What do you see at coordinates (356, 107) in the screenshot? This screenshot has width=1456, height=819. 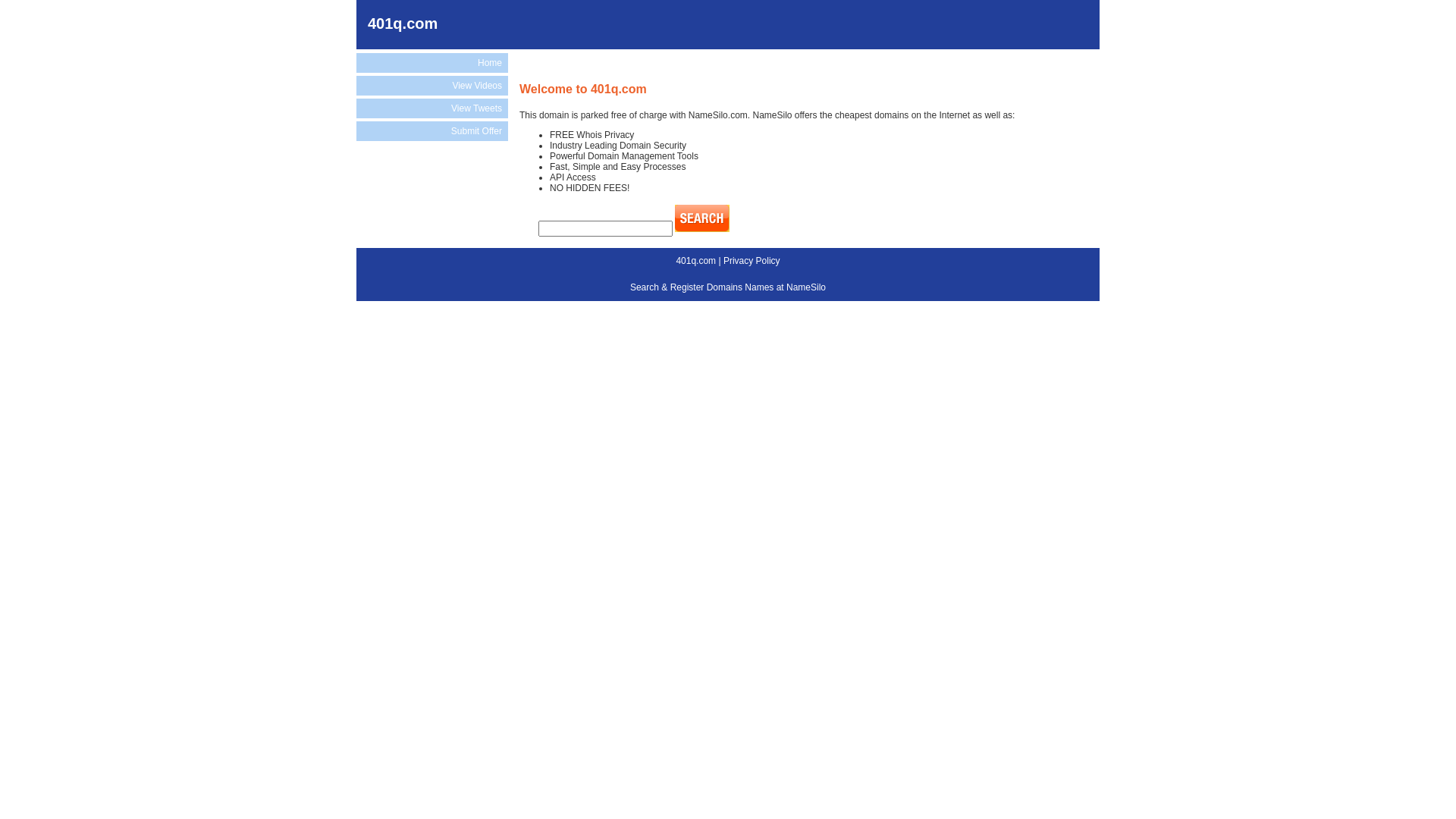 I see `'View Tweets'` at bounding box center [356, 107].